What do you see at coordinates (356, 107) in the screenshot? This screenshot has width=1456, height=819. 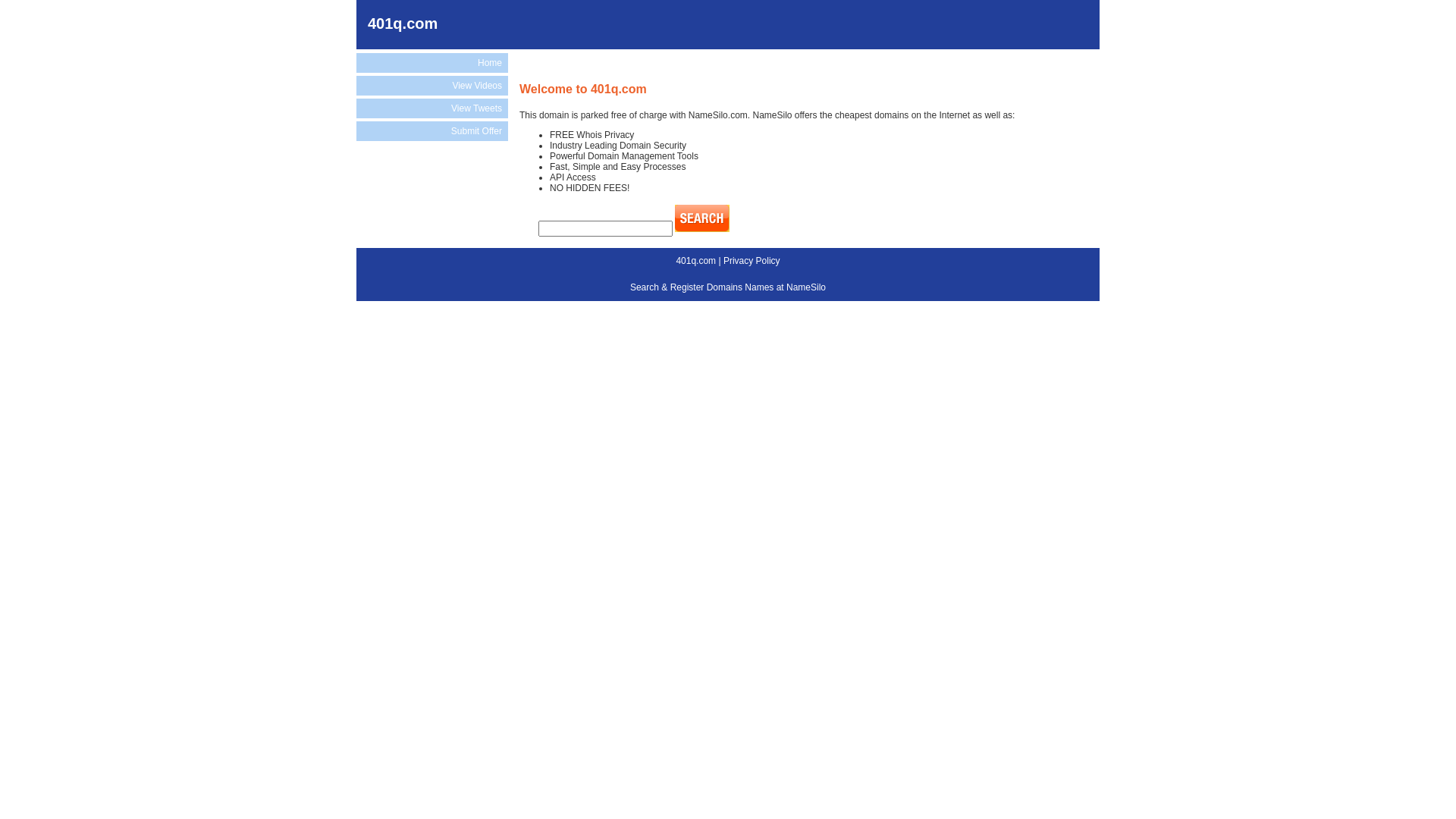 I see `'View Tweets'` at bounding box center [356, 107].